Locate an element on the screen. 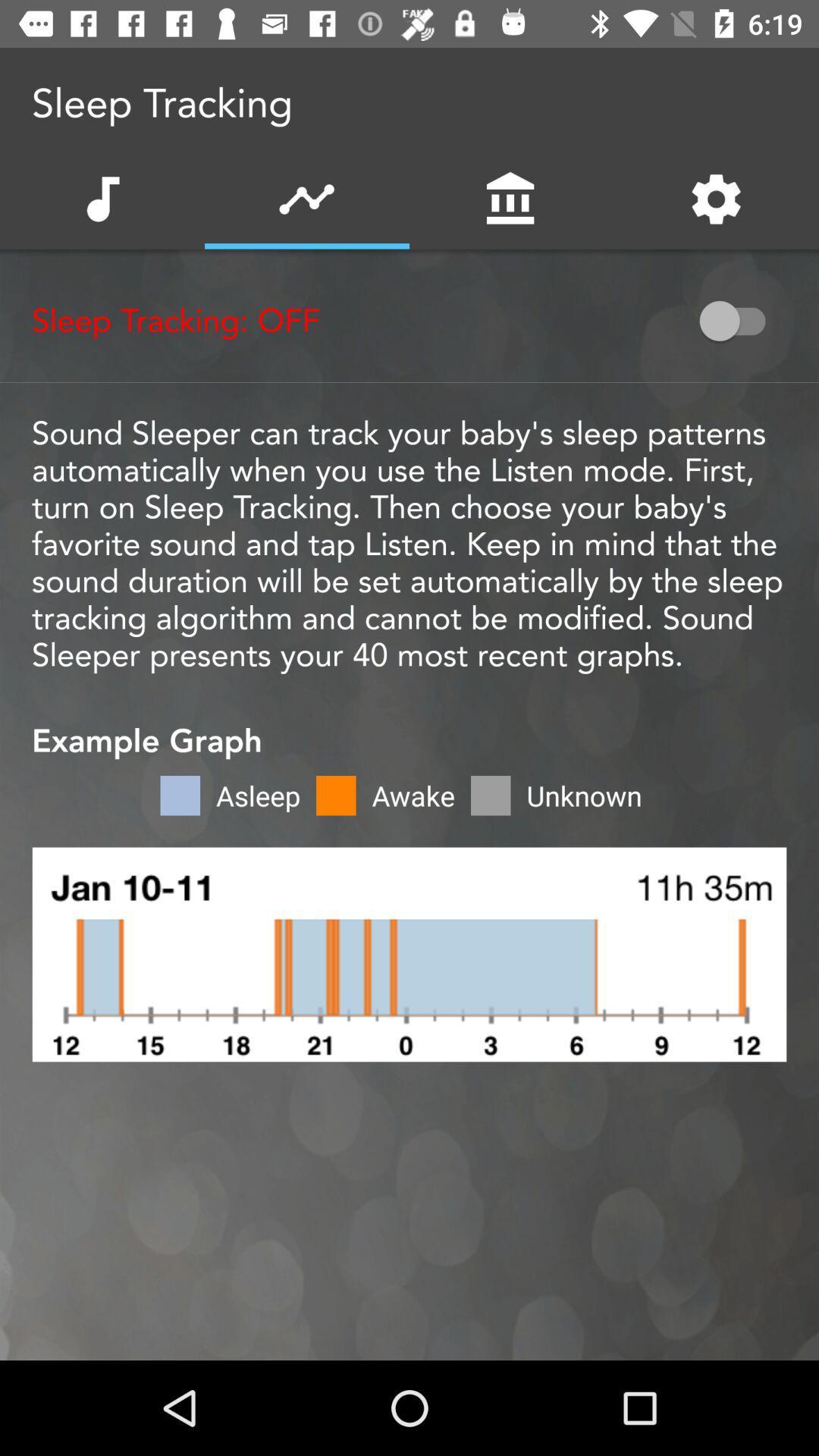 This screenshot has width=819, height=1456. the check boxl eft to awake is located at coordinates (335, 795).